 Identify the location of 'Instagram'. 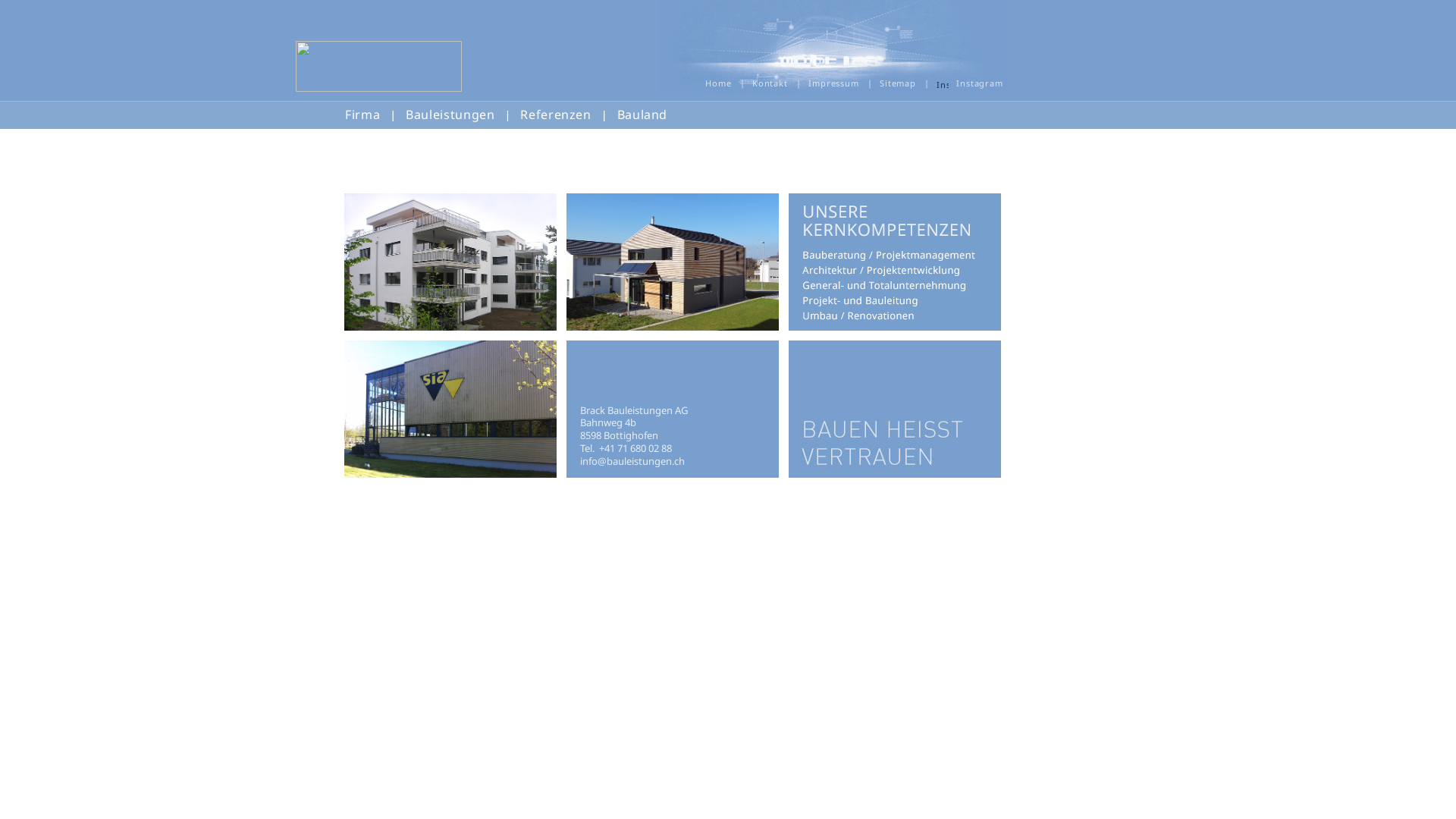
(942, 82).